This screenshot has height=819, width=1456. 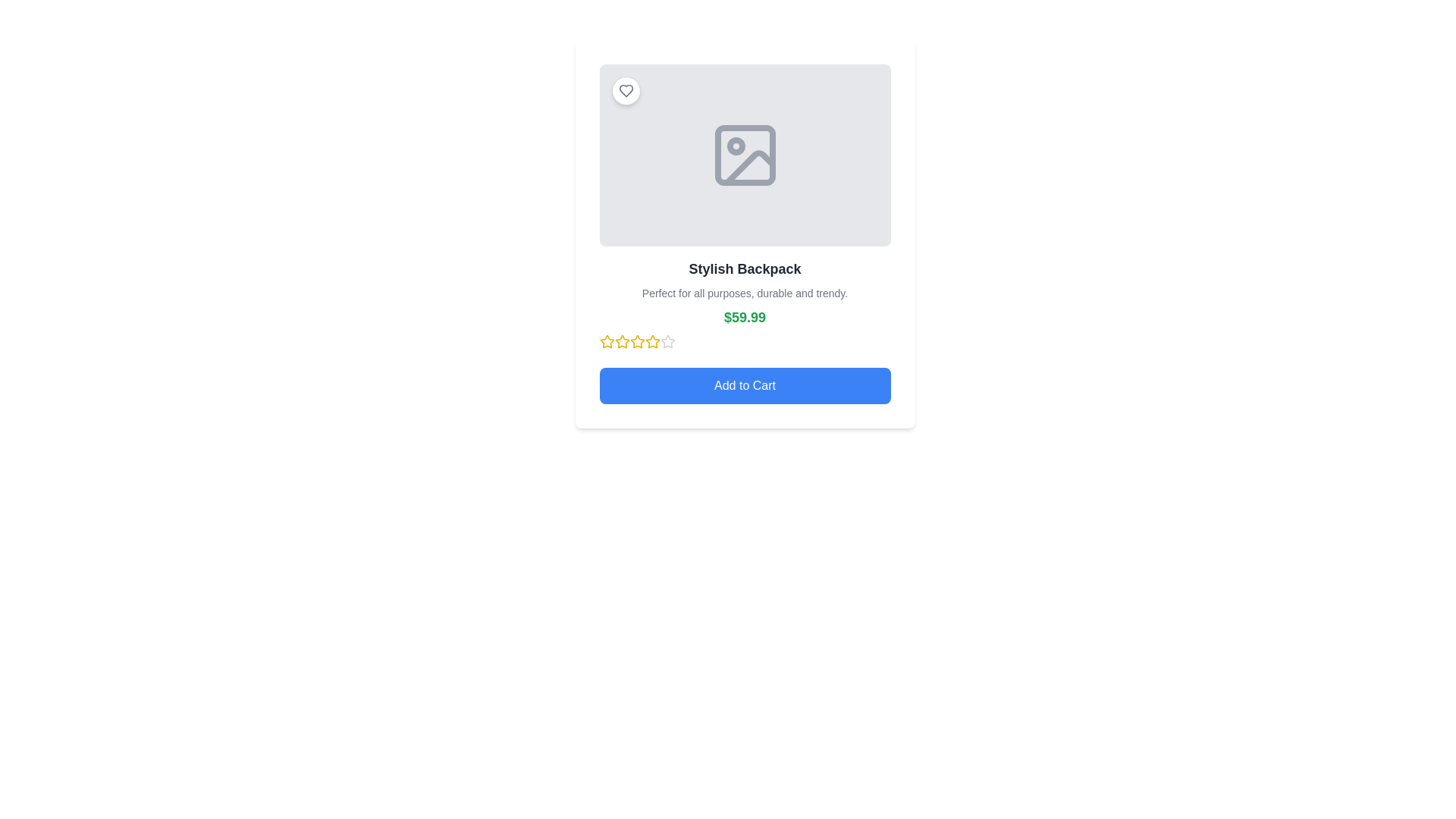 I want to click on the Placeholder Icon, which is a vector icon resembling a photograph with a mountain outline and a circular sun or moon, located in the upper section of a card layout, so click(x=745, y=155).